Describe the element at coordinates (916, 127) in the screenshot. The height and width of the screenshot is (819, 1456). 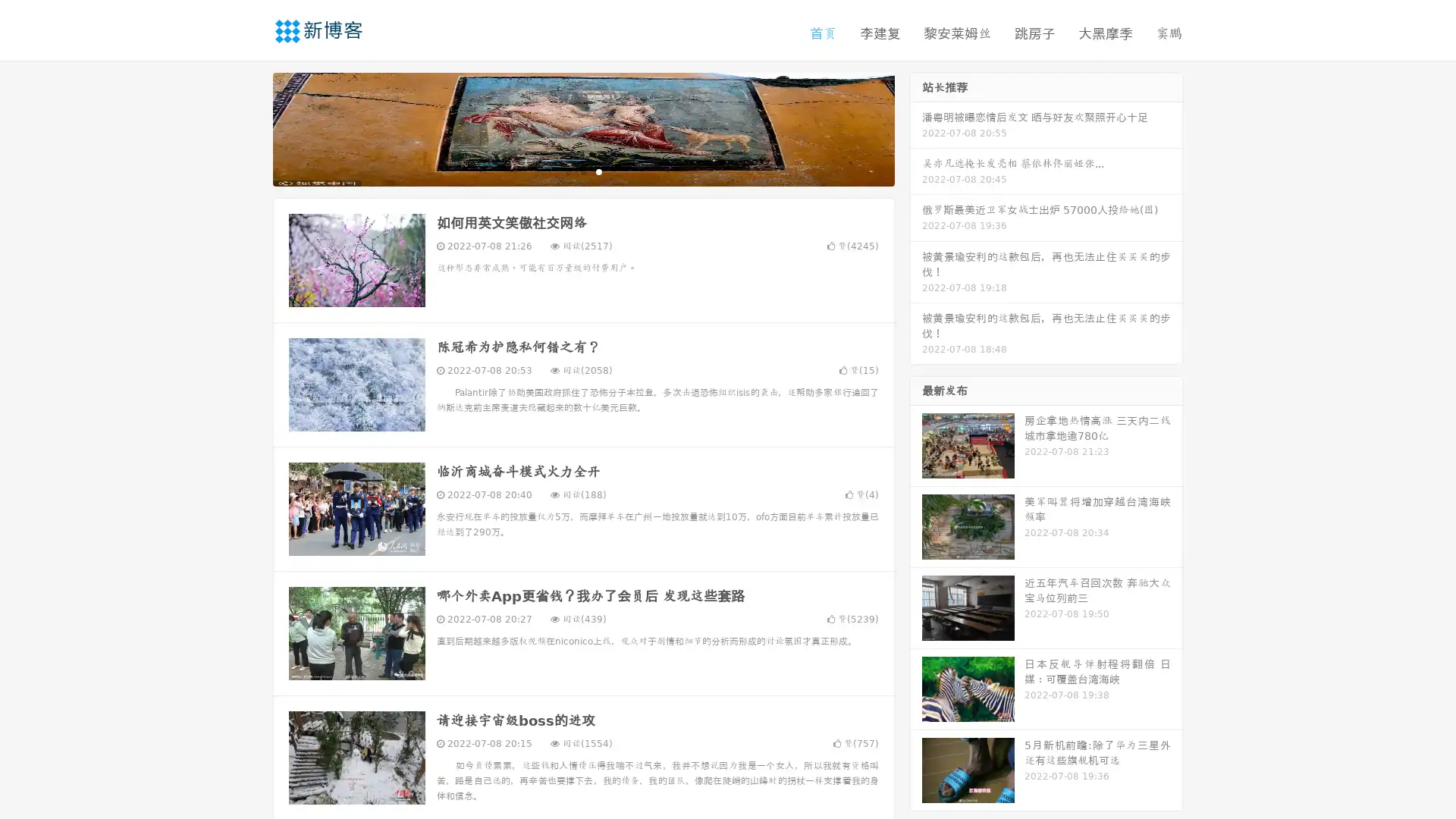
I see `Next slide` at that location.